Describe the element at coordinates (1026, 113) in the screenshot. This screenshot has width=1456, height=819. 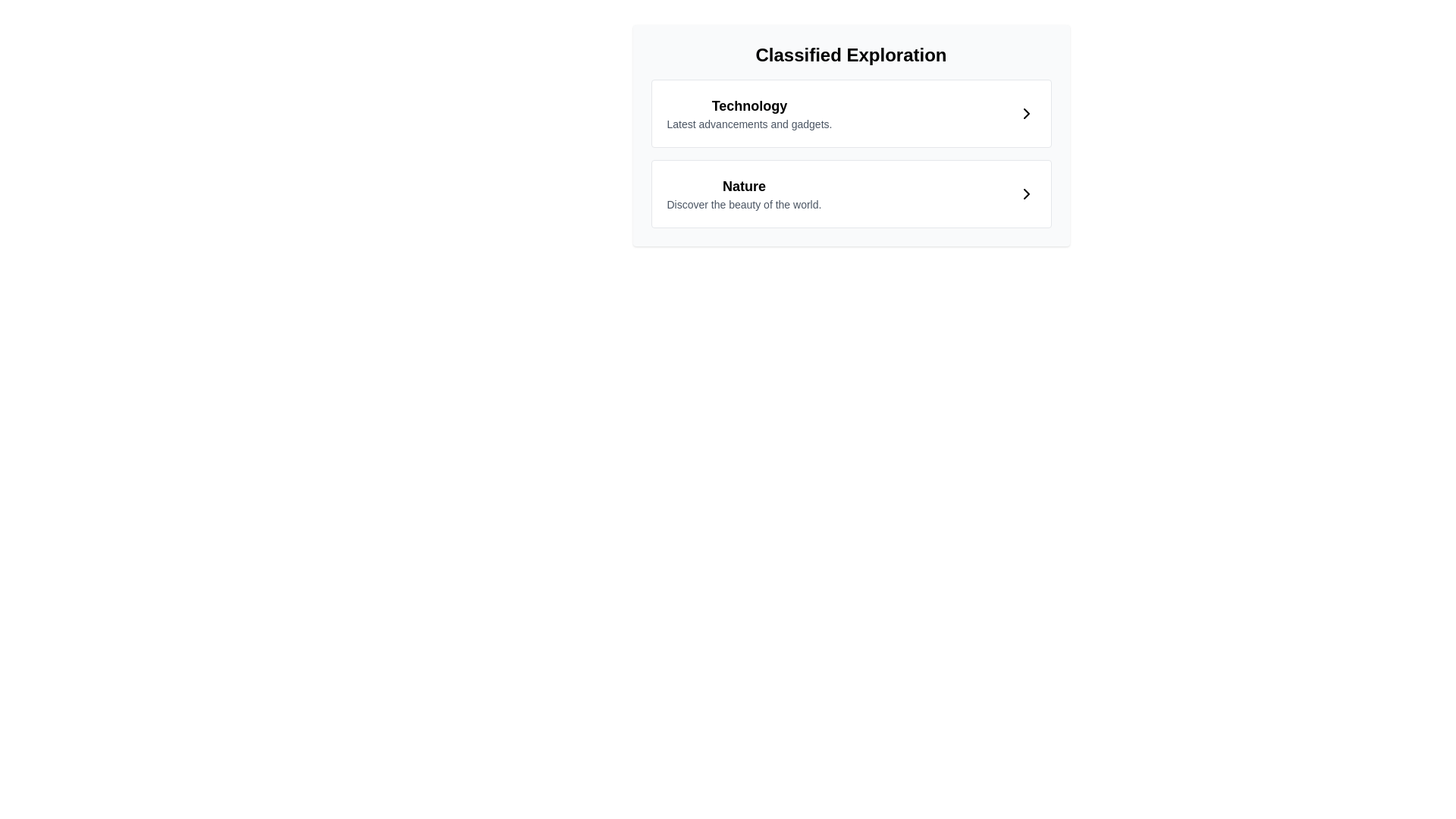
I see `the right-pointing chevron icon located to the far-right of the 'Technology' list item in the 'Classified Exploration' section` at that location.